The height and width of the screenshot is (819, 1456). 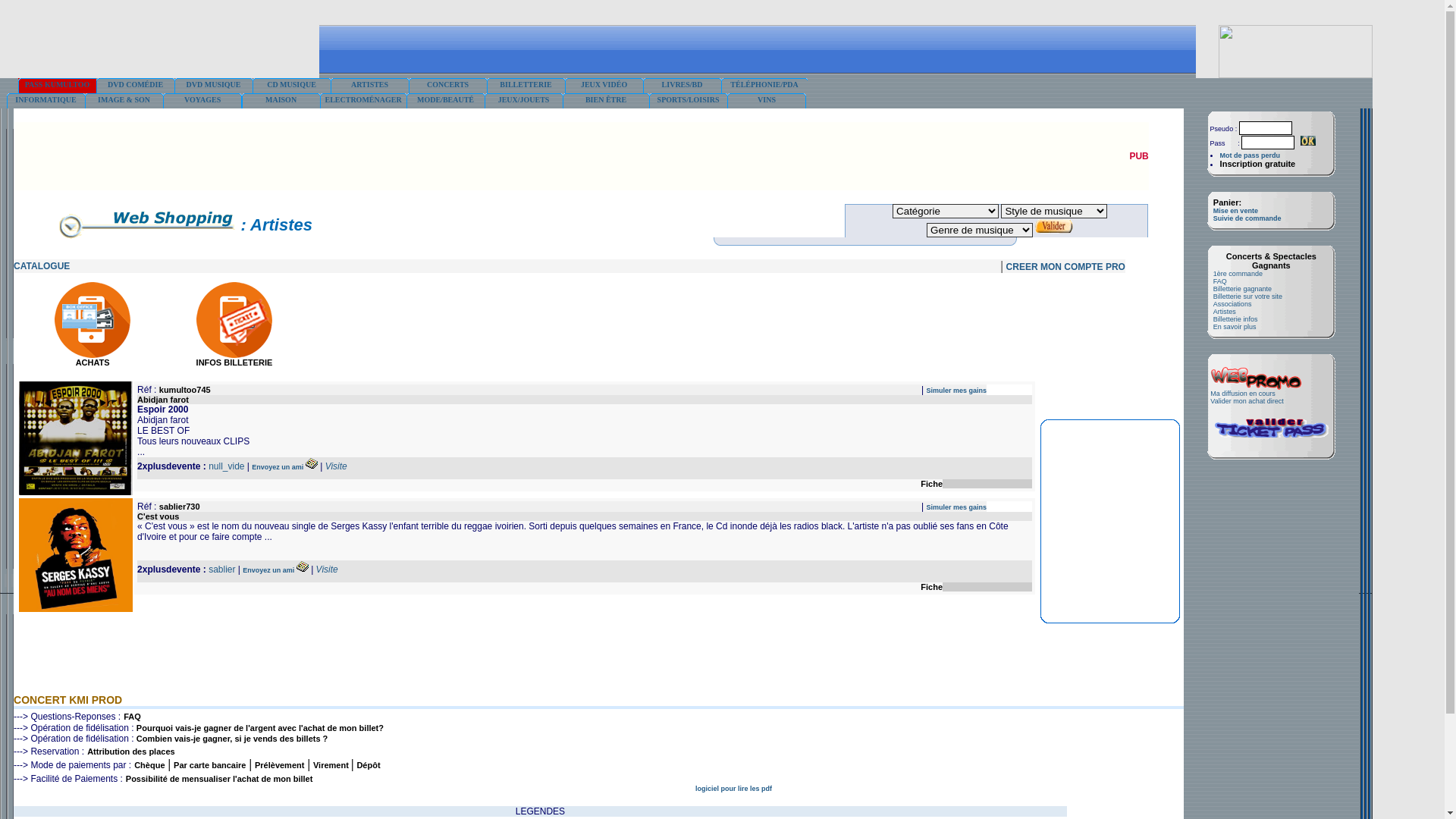 What do you see at coordinates (212, 85) in the screenshot?
I see `'DVD MUSIQUE'` at bounding box center [212, 85].